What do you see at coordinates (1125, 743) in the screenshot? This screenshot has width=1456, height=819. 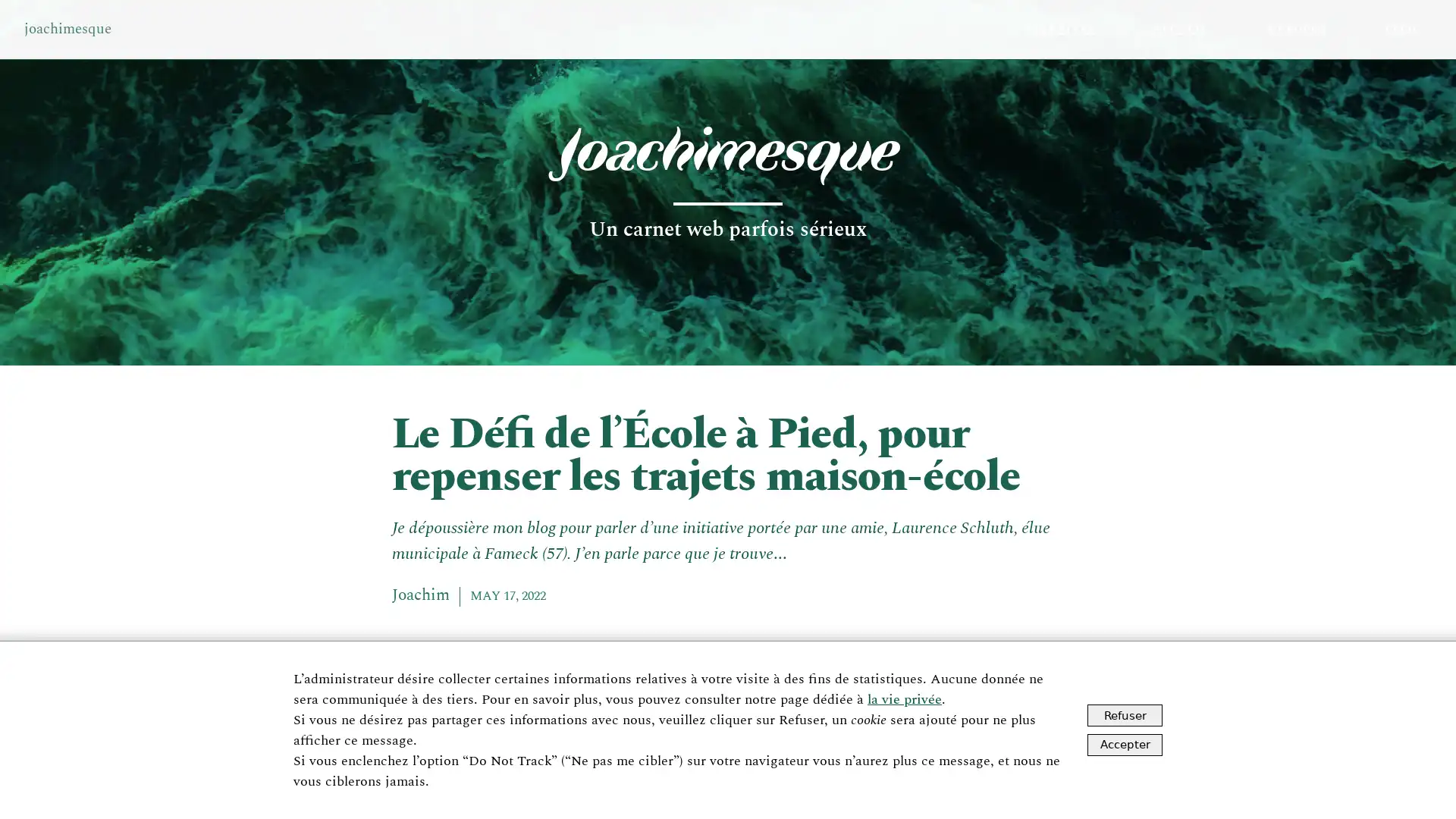 I see `Accepter` at bounding box center [1125, 743].